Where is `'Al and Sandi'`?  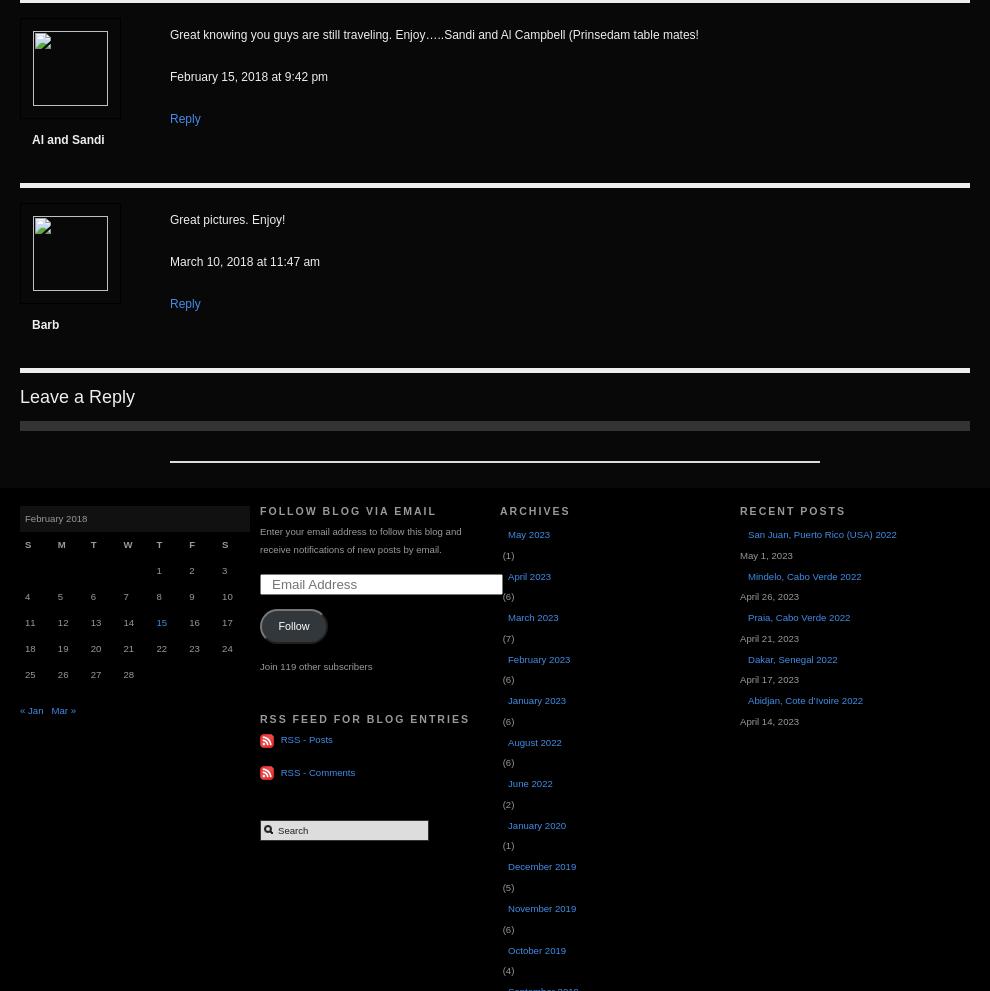
'Al and Sandi' is located at coordinates (68, 140).